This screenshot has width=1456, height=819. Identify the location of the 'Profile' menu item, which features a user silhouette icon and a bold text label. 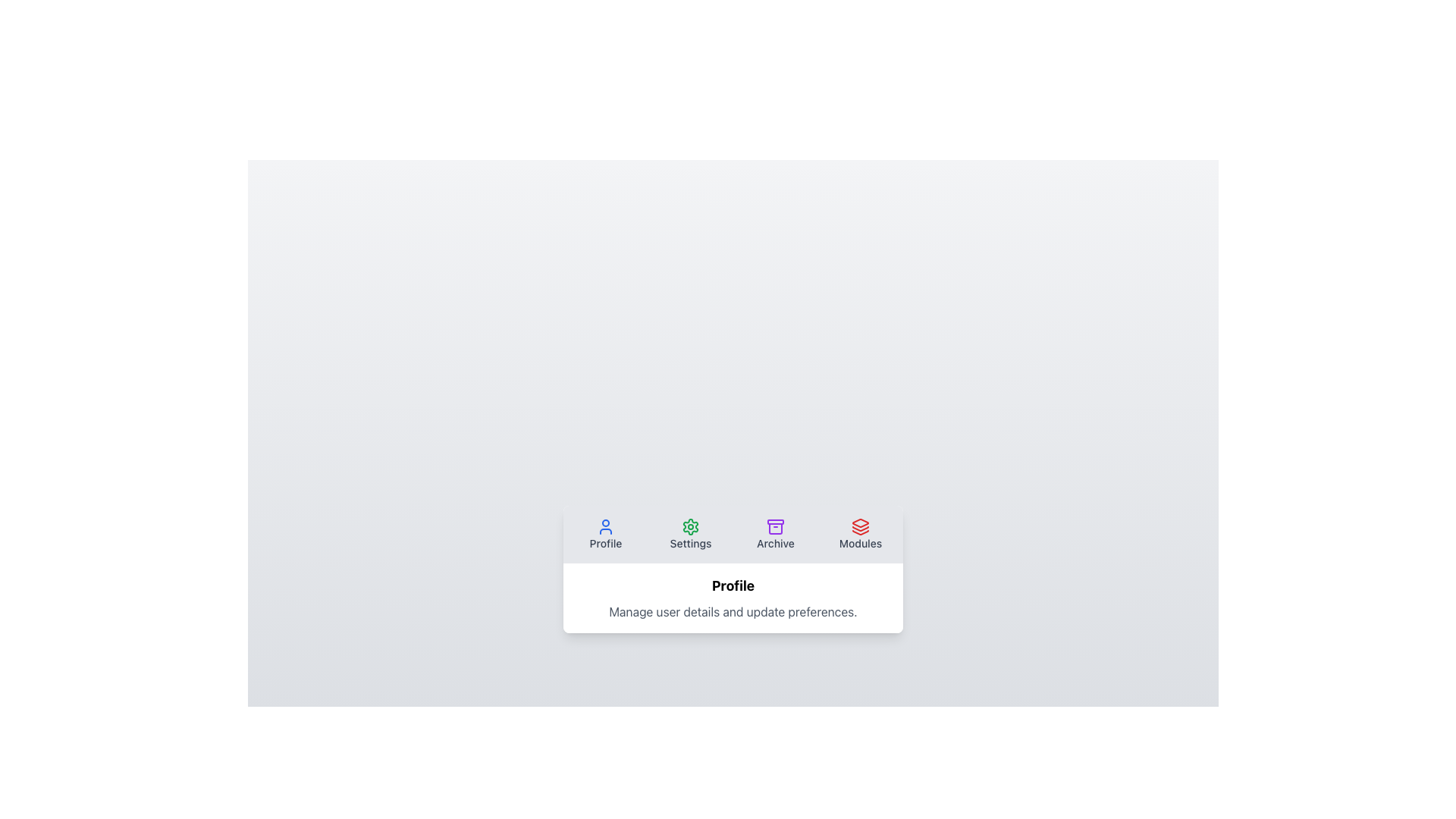
(604, 534).